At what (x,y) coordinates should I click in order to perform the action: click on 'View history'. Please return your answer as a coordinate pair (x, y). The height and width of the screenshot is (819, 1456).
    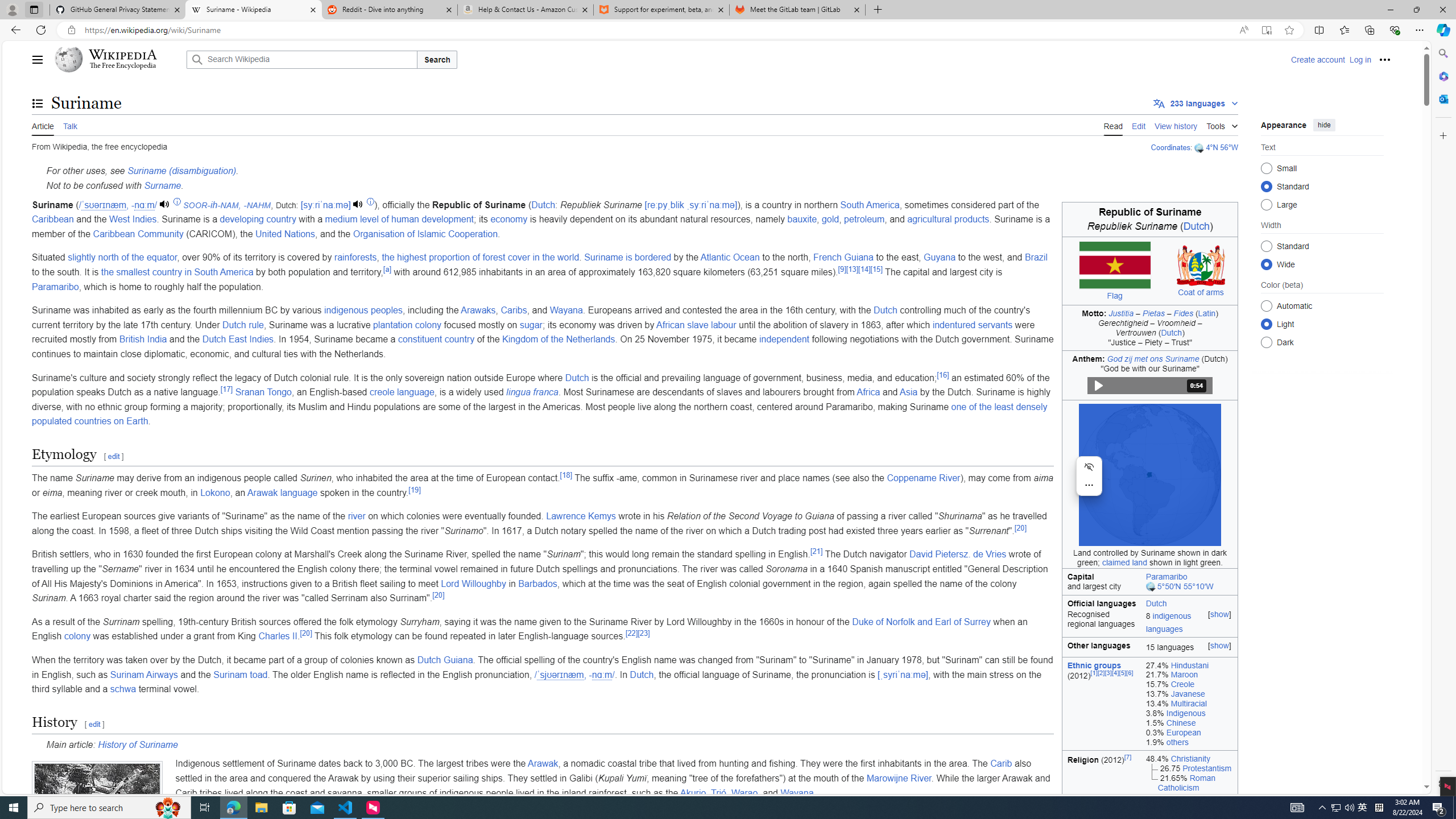
    Looking at the image, I should click on (1176, 124).